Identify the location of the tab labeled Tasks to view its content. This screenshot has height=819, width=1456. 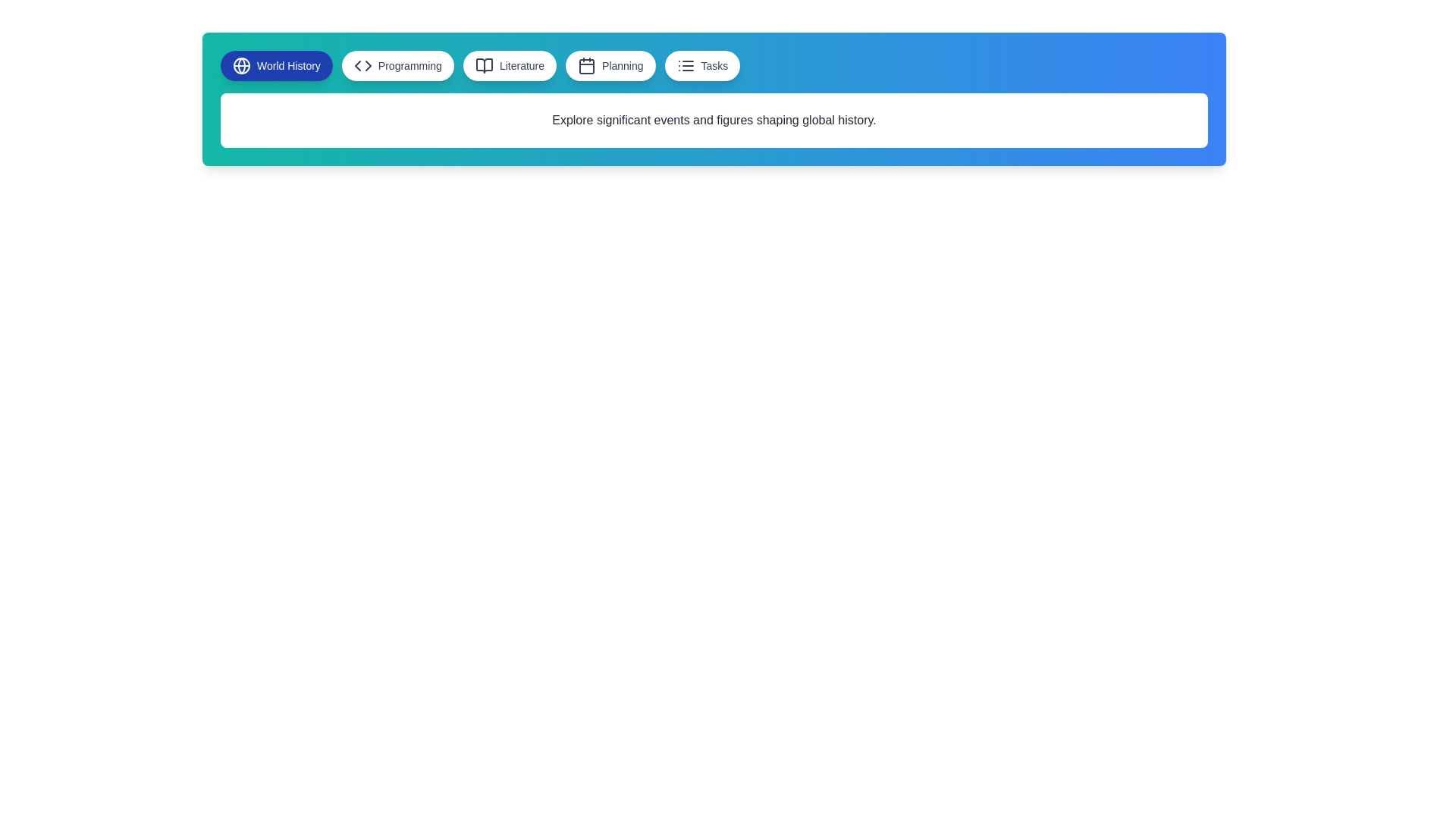
(701, 65).